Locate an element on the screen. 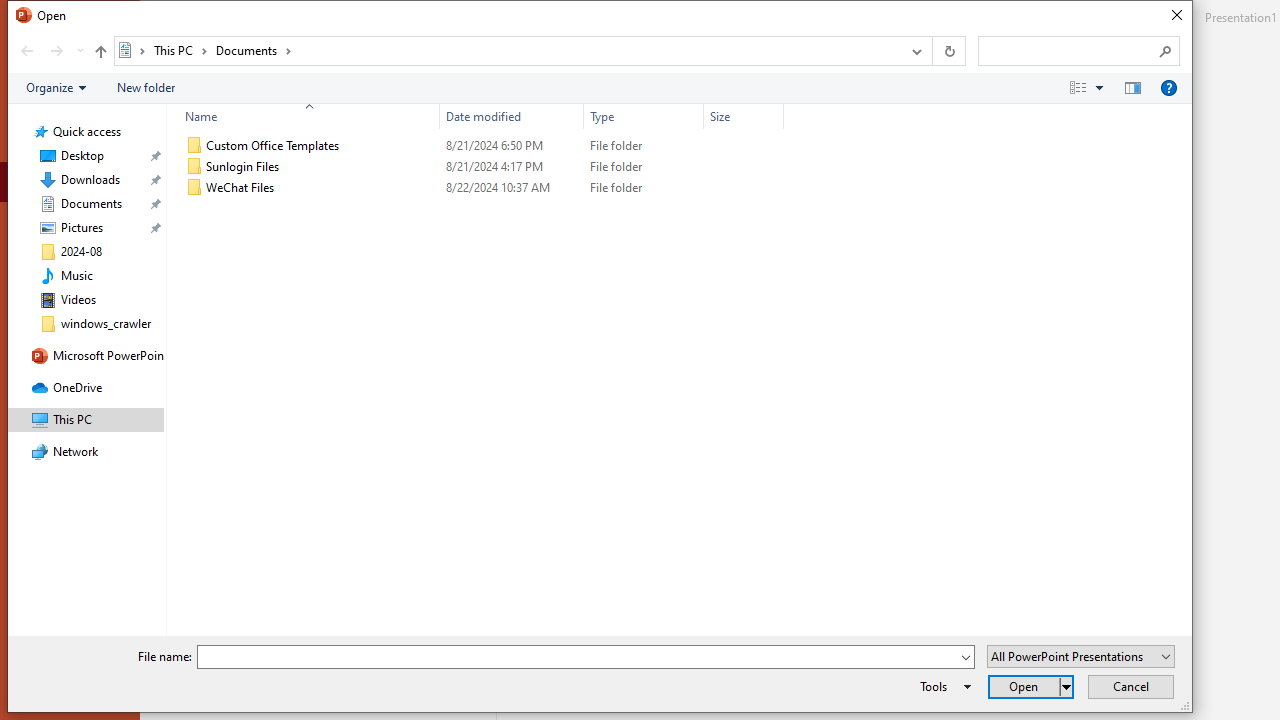 The width and height of the screenshot is (1280, 720). 'Custom Office Templates' is located at coordinates (480, 145).